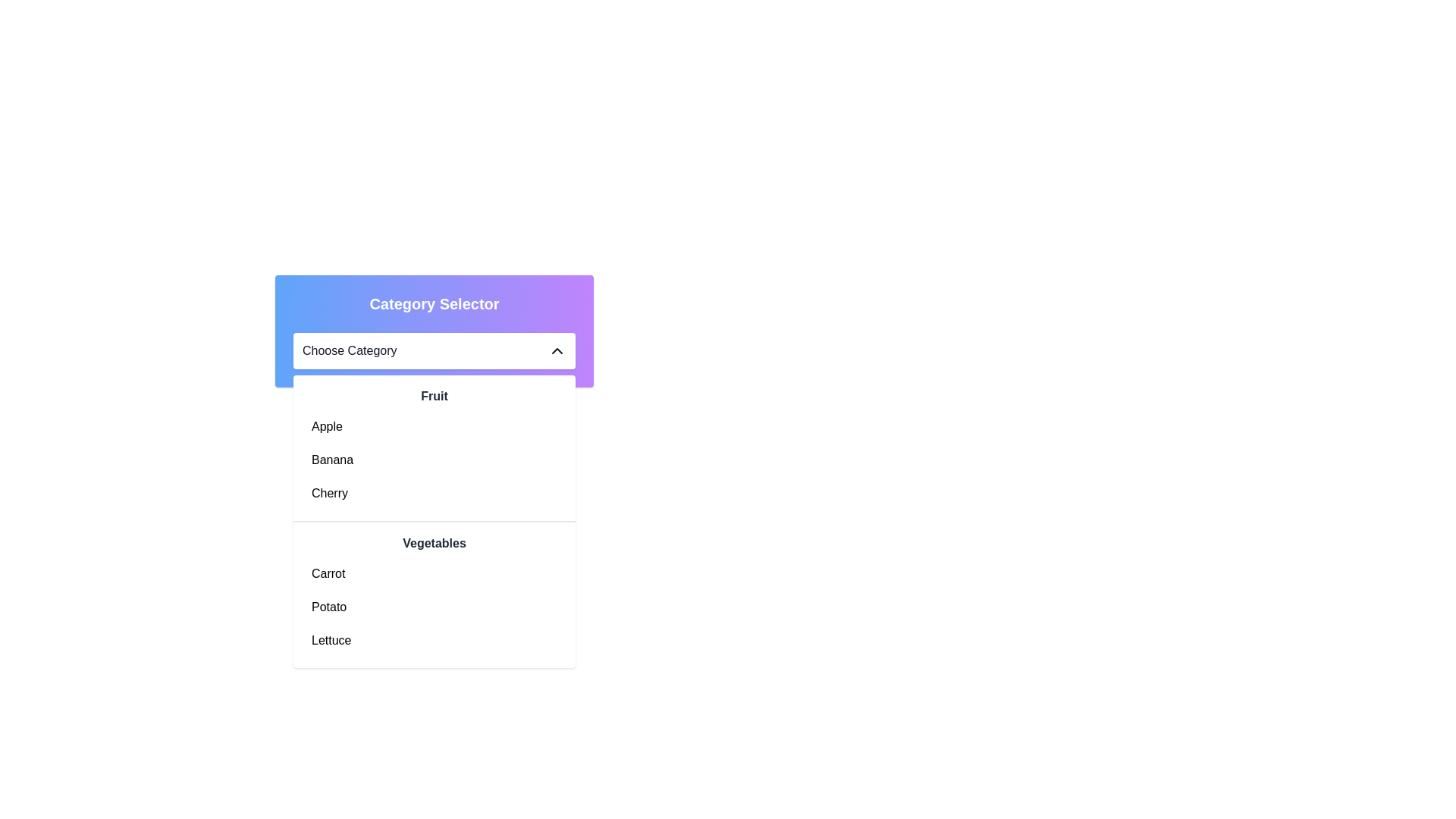  Describe the element at coordinates (433, 640) in the screenshot. I see `to select the 'Lettuce' option from the dropdown menu located under the 'Vegetables' category` at that location.